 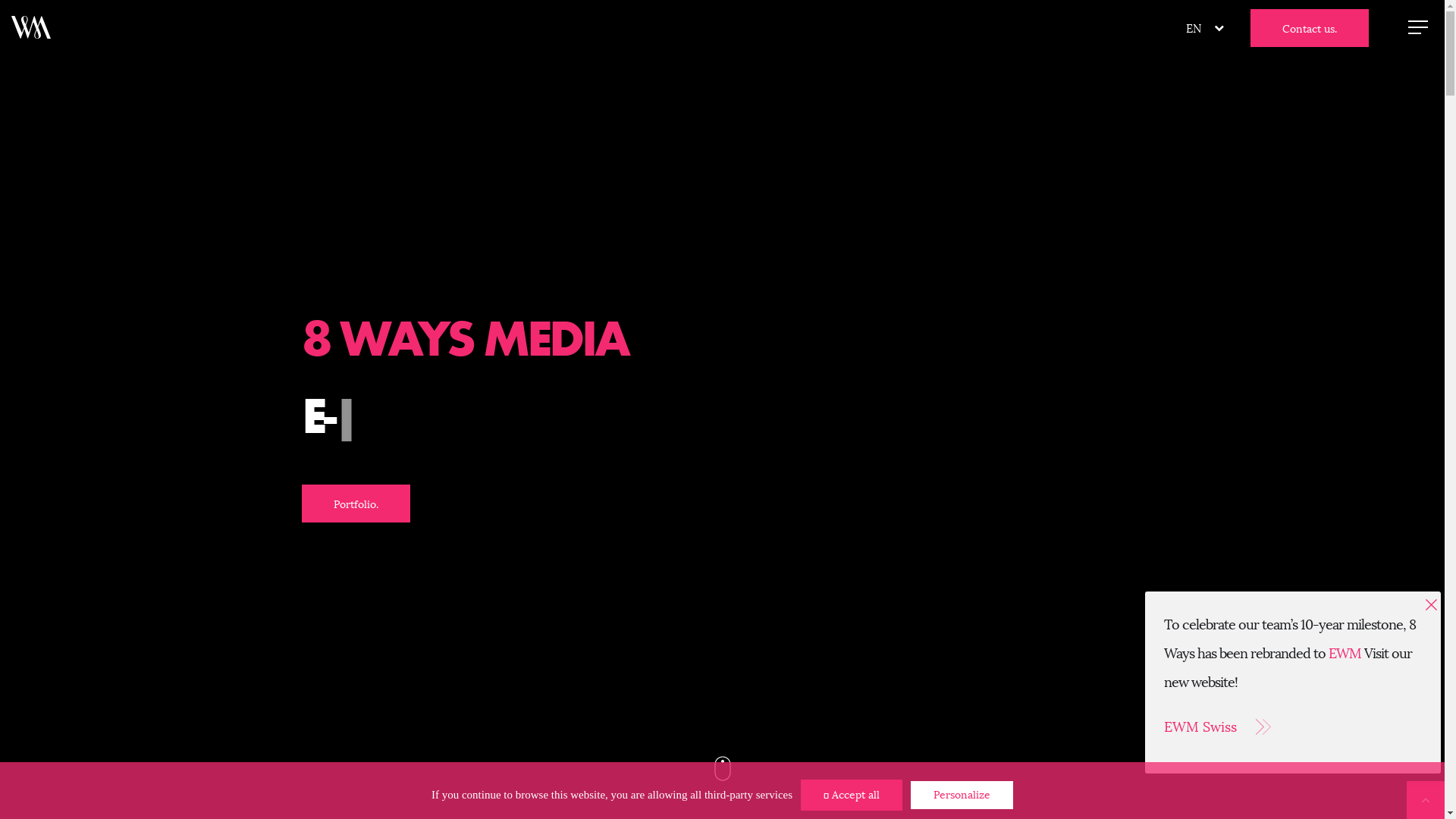 I want to click on 'Personalize', so click(x=961, y=794).